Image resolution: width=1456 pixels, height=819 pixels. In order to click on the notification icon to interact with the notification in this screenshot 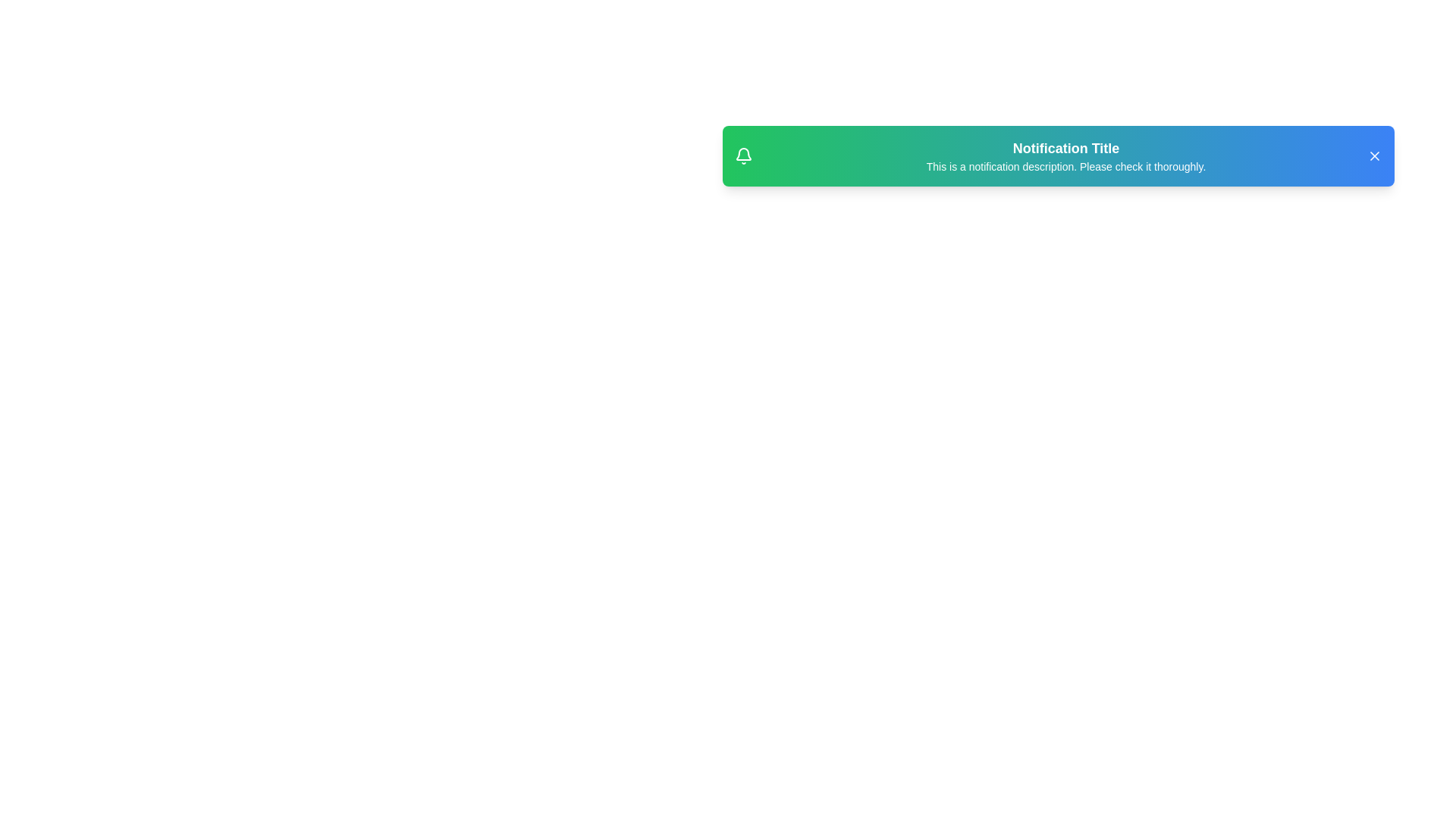, I will do `click(743, 155)`.